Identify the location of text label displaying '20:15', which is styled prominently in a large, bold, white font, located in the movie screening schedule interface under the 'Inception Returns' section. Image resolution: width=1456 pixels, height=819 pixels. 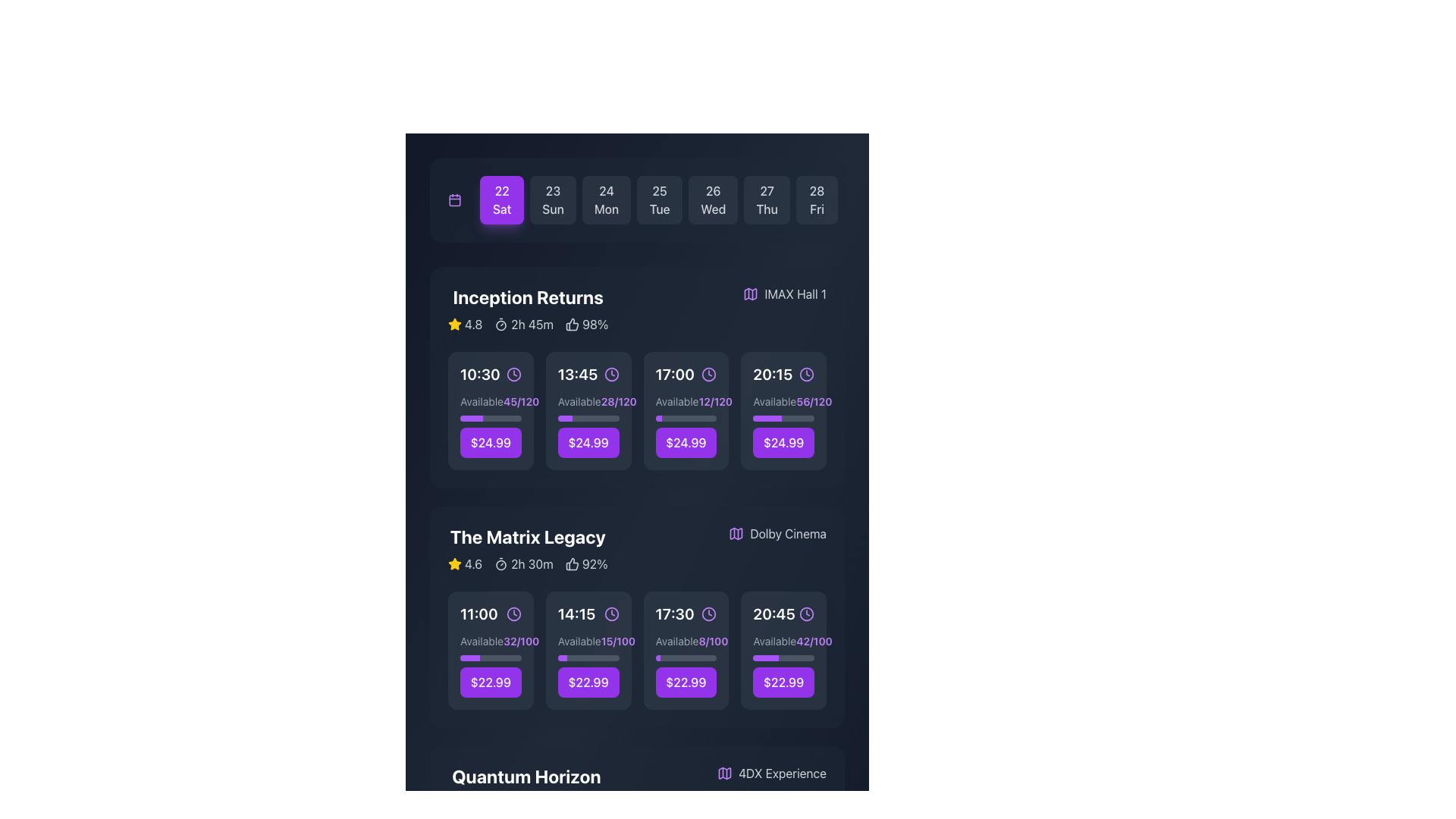
(773, 374).